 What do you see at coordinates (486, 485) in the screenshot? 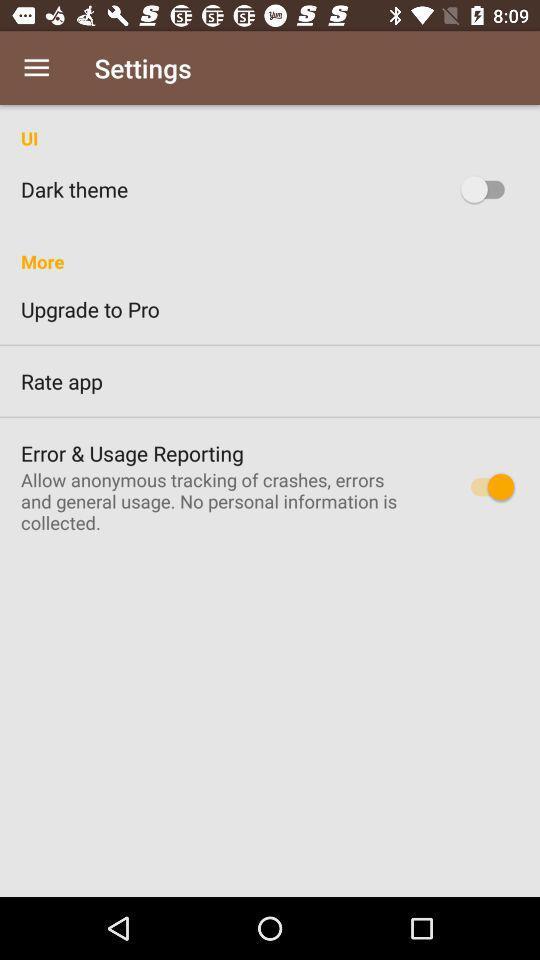
I see `switch error and usage reporting on and off` at bounding box center [486, 485].